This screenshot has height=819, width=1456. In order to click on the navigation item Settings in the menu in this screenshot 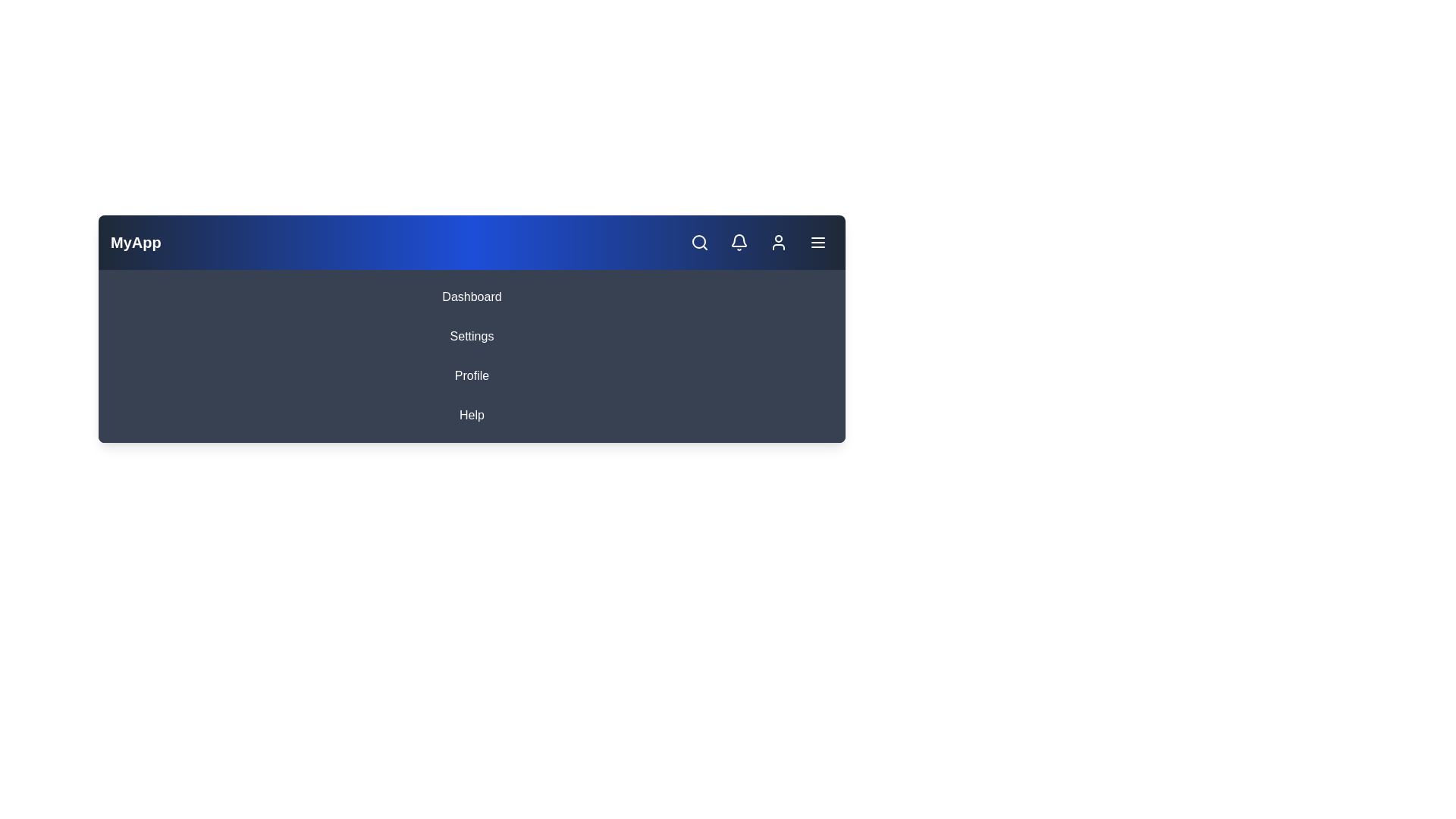, I will do `click(471, 335)`.